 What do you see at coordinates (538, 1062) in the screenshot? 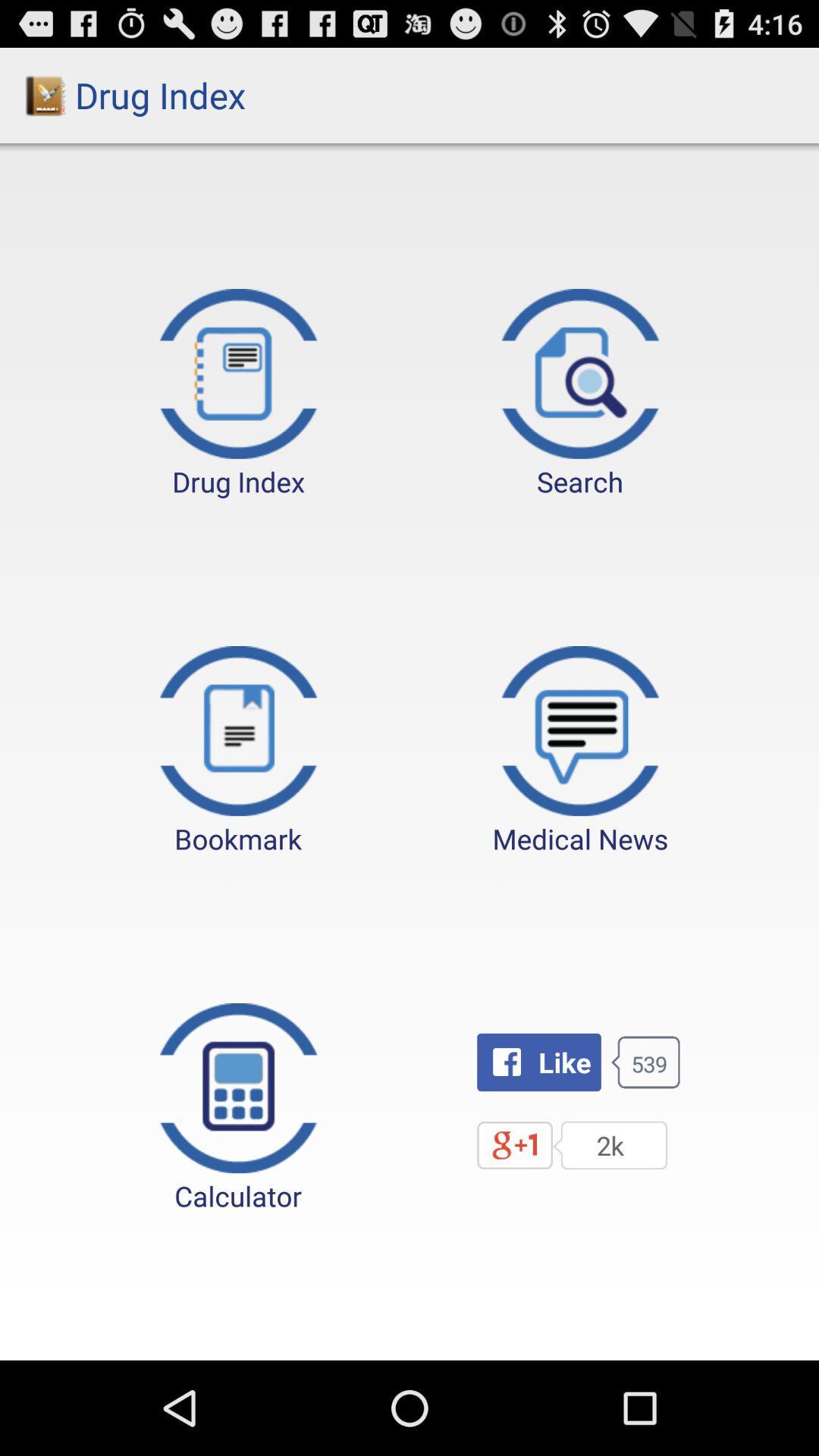
I see `the like item` at bounding box center [538, 1062].